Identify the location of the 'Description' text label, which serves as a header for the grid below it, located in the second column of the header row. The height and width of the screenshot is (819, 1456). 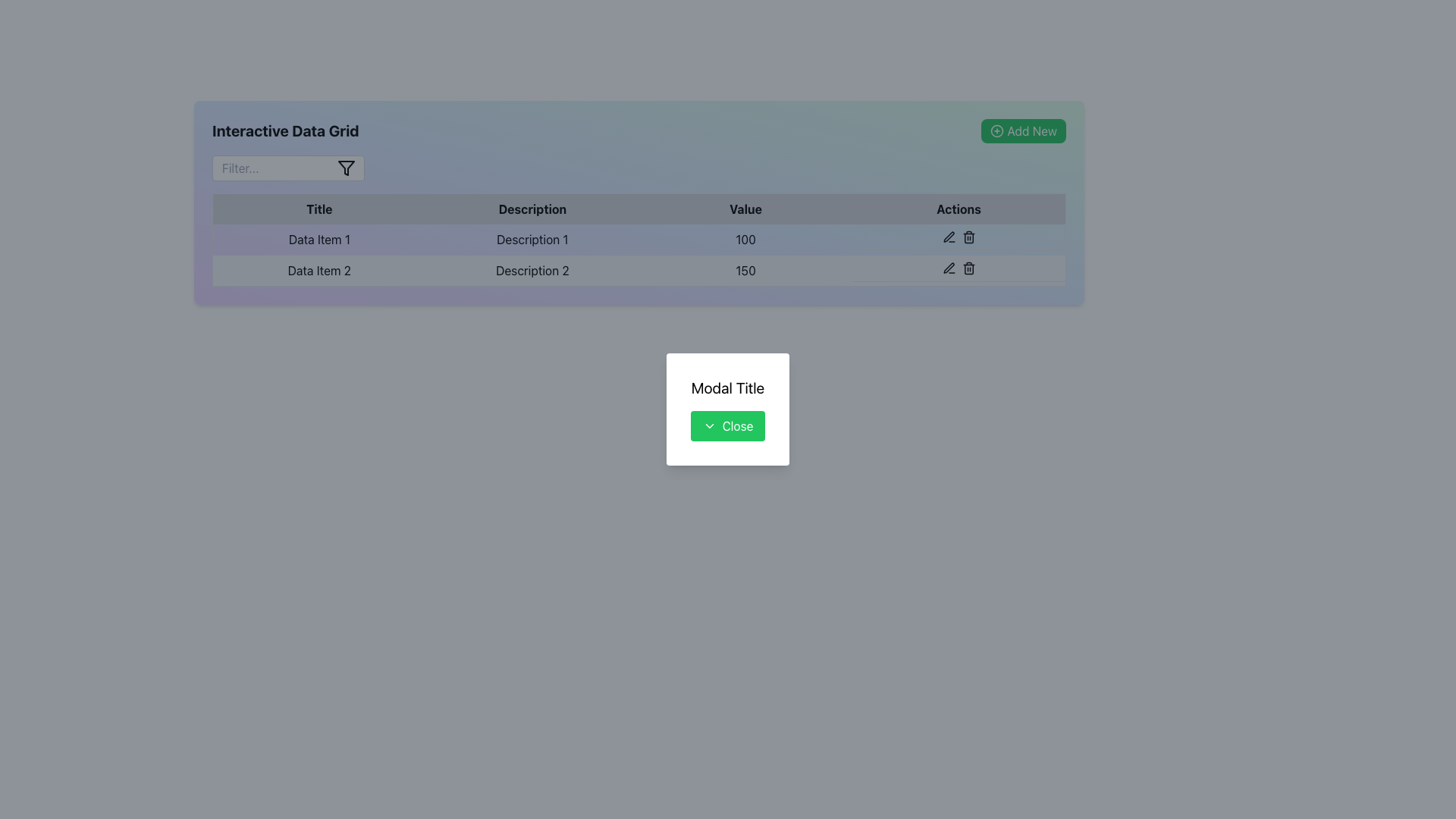
(532, 209).